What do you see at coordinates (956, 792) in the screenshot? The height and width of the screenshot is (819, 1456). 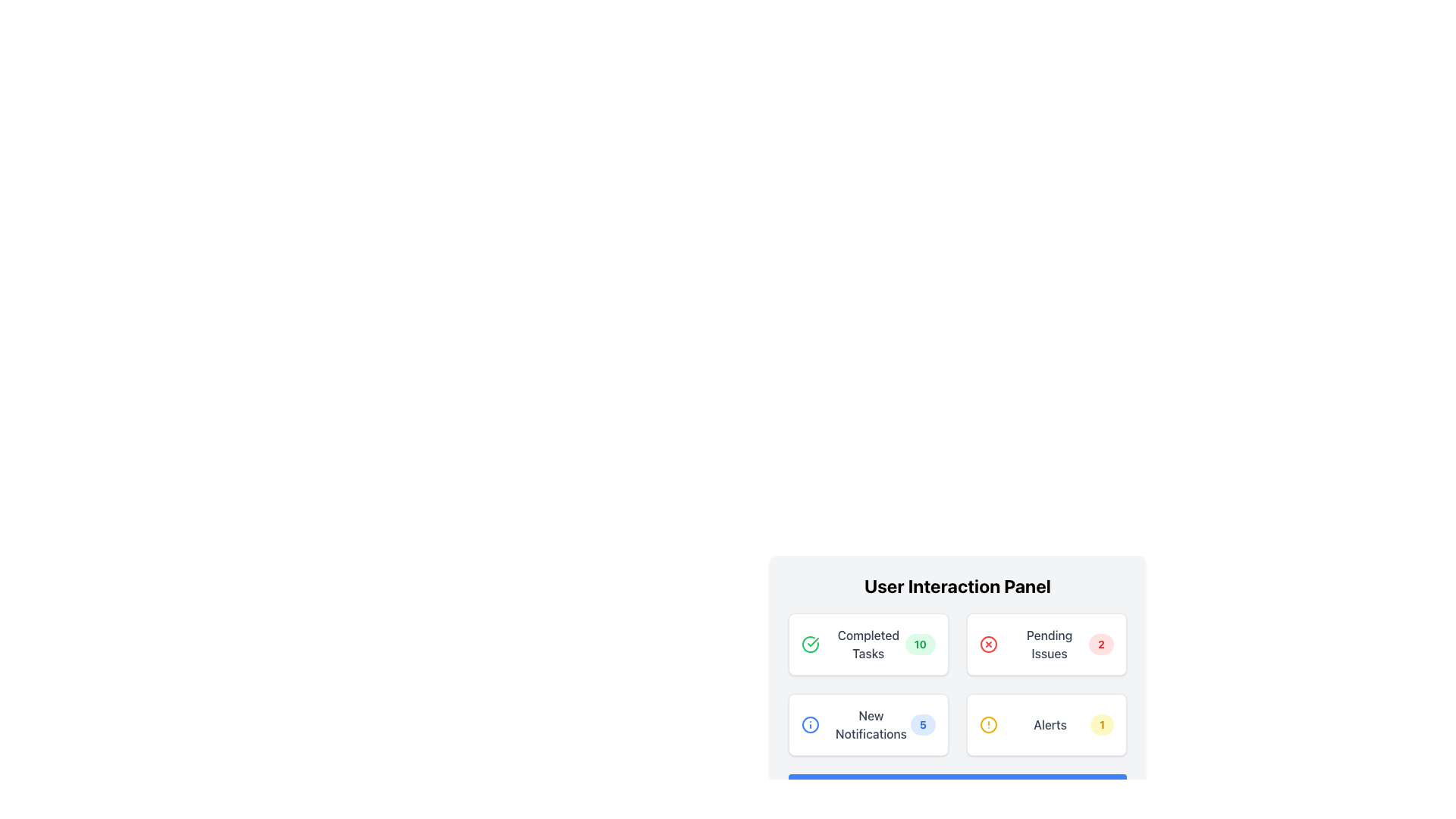 I see `the button located at the bottom of the 'User Interaction Panel'` at bounding box center [956, 792].